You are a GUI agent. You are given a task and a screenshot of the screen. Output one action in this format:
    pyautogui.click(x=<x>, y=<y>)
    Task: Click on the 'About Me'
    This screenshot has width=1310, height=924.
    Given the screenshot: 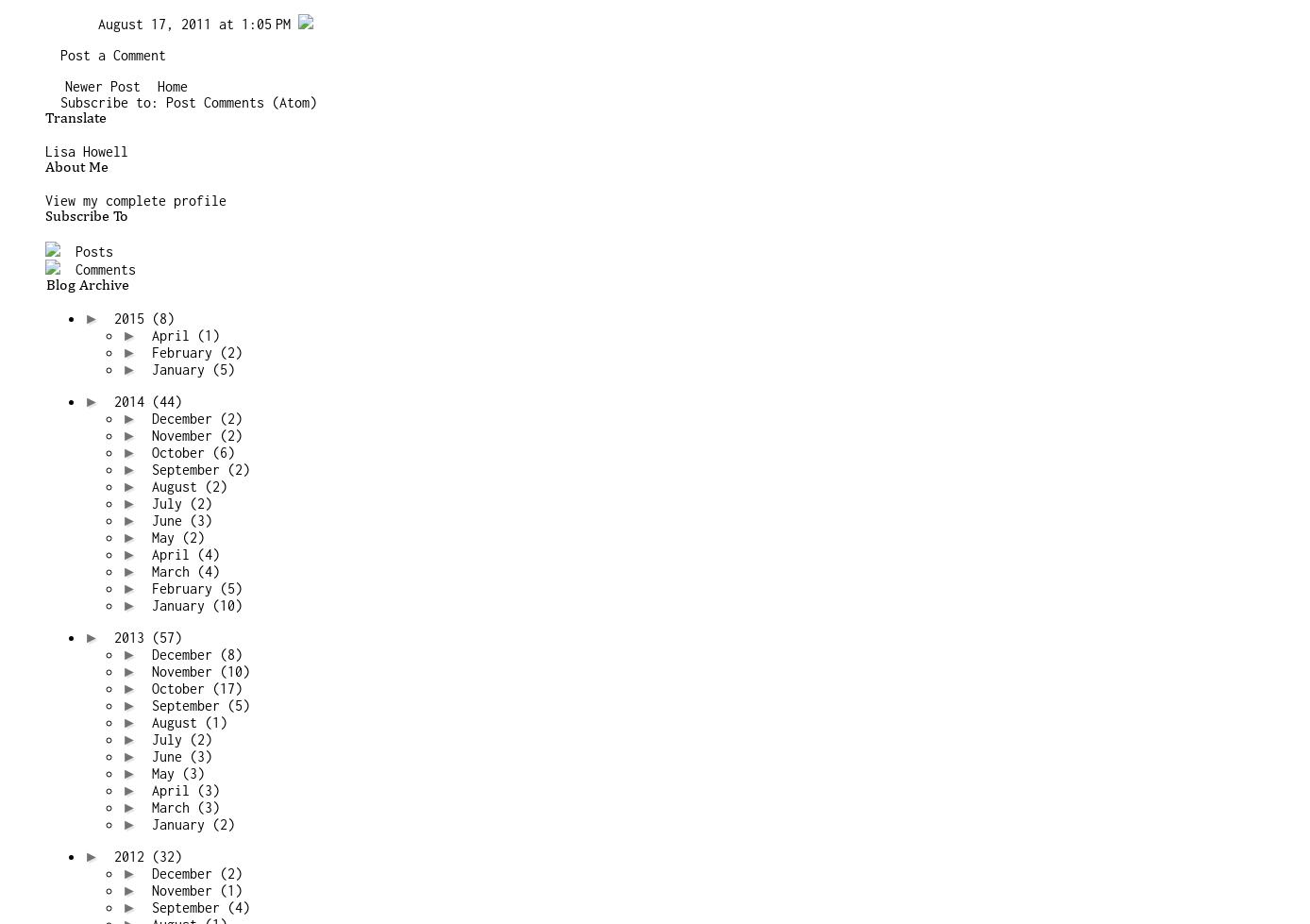 What is the action you would take?
    pyautogui.click(x=76, y=167)
    